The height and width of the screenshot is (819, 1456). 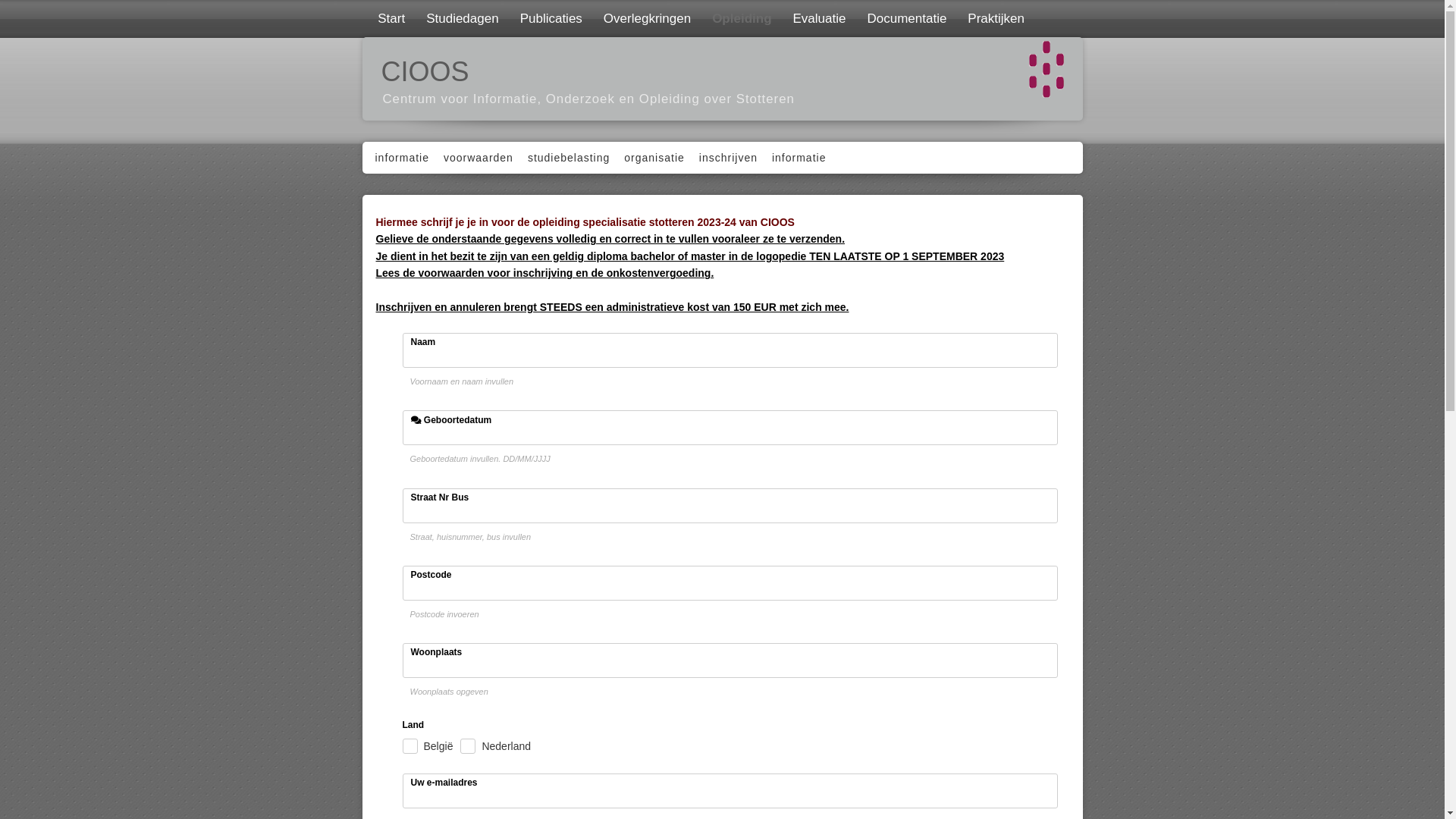 What do you see at coordinates (566, 158) in the screenshot?
I see `'studiebelasting'` at bounding box center [566, 158].